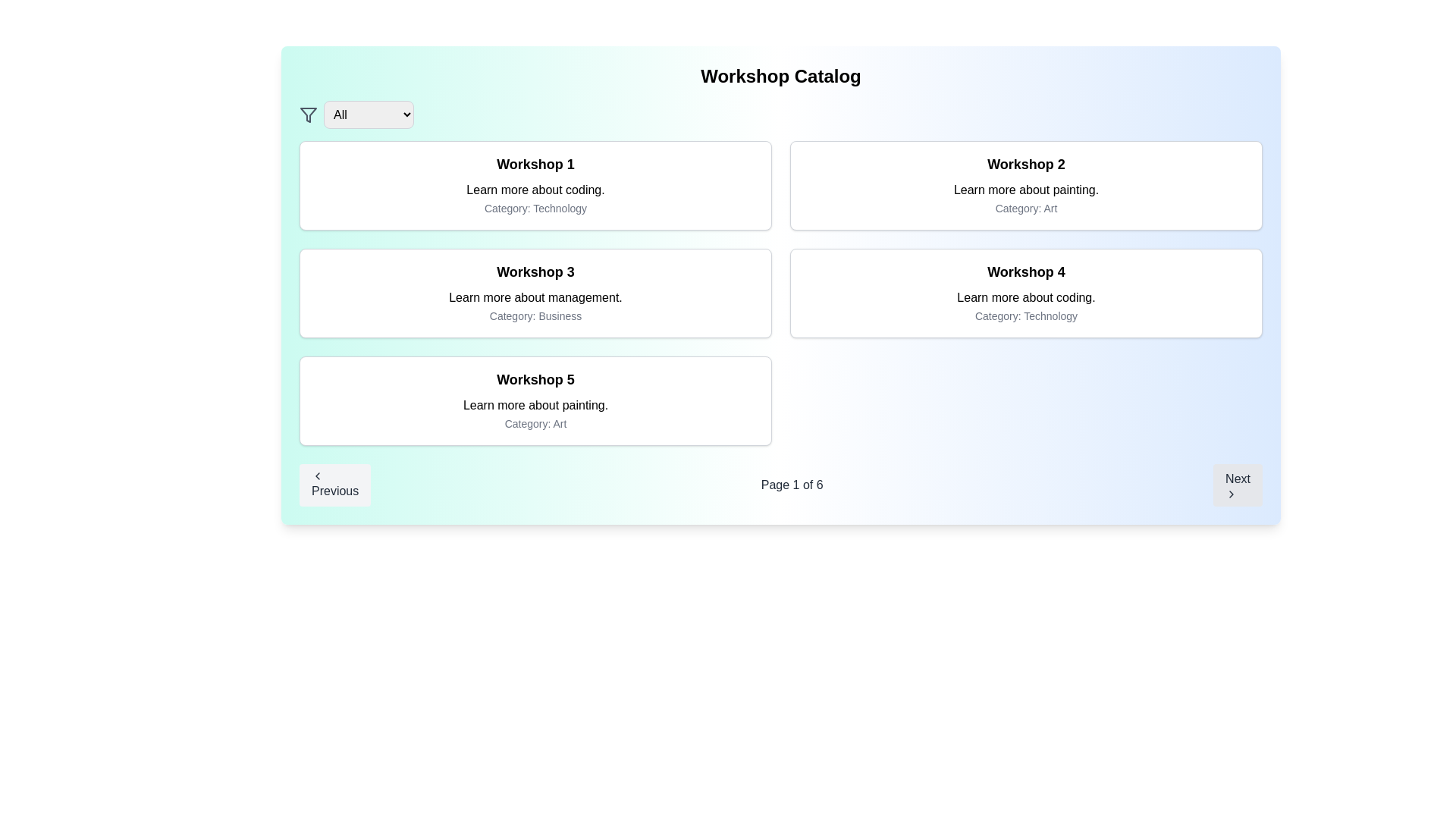 This screenshot has height=819, width=1456. Describe the element at coordinates (535, 185) in the screenshot. I see `the first workshop card in the grid layout, which has a white background, rounded corners, and contains the text 'Workshop 1', 'Learn more about coding.', and 'Category: Technology'` at that location.